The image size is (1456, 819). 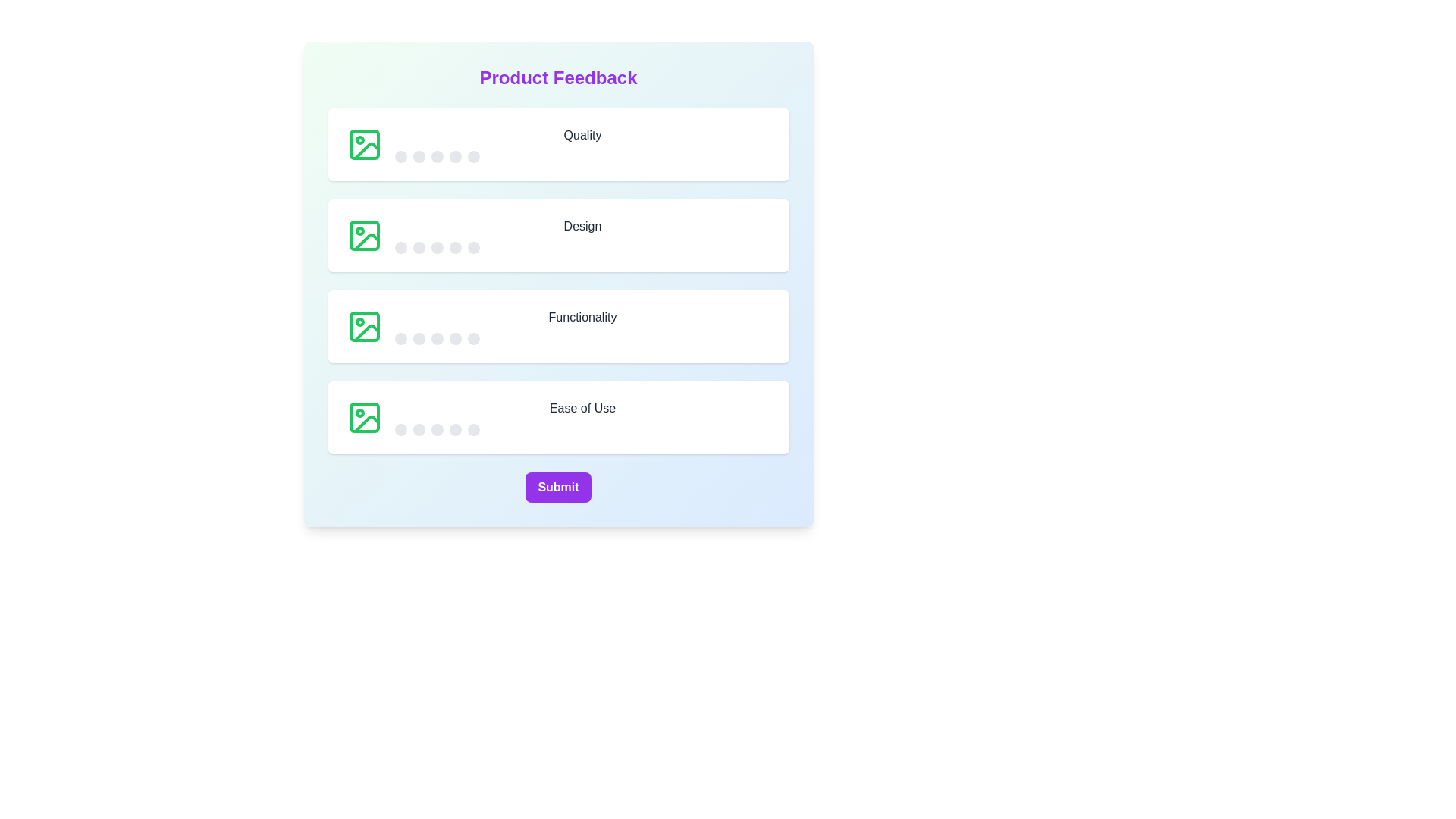 What do you see at coordinates (419, 430) in the screenshot?
I see `the star corresponding to 2 stars for the 'Ease of Use' category` at bounding box center [419, 430].